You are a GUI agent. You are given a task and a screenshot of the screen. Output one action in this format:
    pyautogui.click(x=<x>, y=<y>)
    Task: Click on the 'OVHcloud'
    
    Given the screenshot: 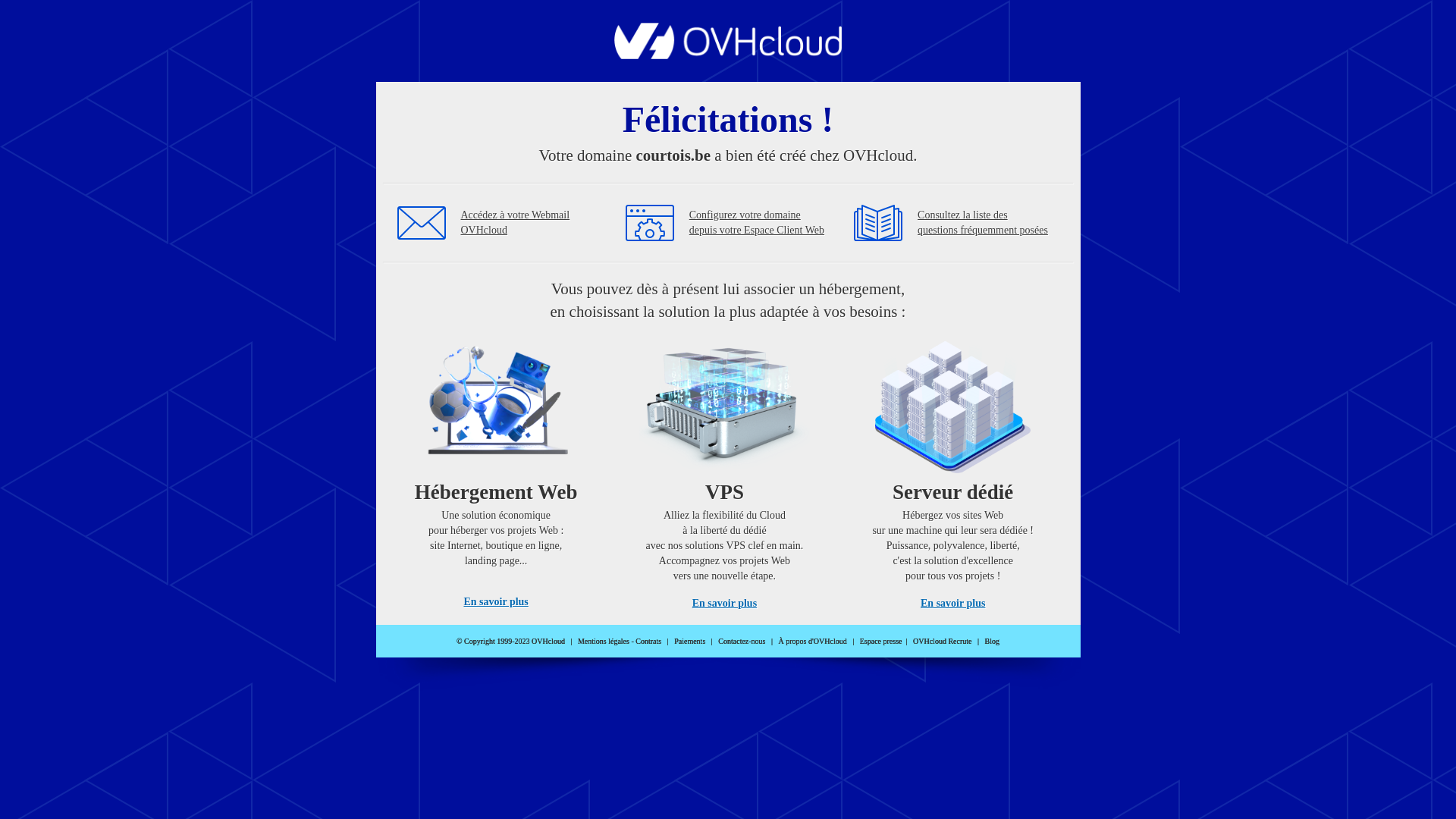 What is the action you would take?
    pyautogui.click(x=728, y=54)
    